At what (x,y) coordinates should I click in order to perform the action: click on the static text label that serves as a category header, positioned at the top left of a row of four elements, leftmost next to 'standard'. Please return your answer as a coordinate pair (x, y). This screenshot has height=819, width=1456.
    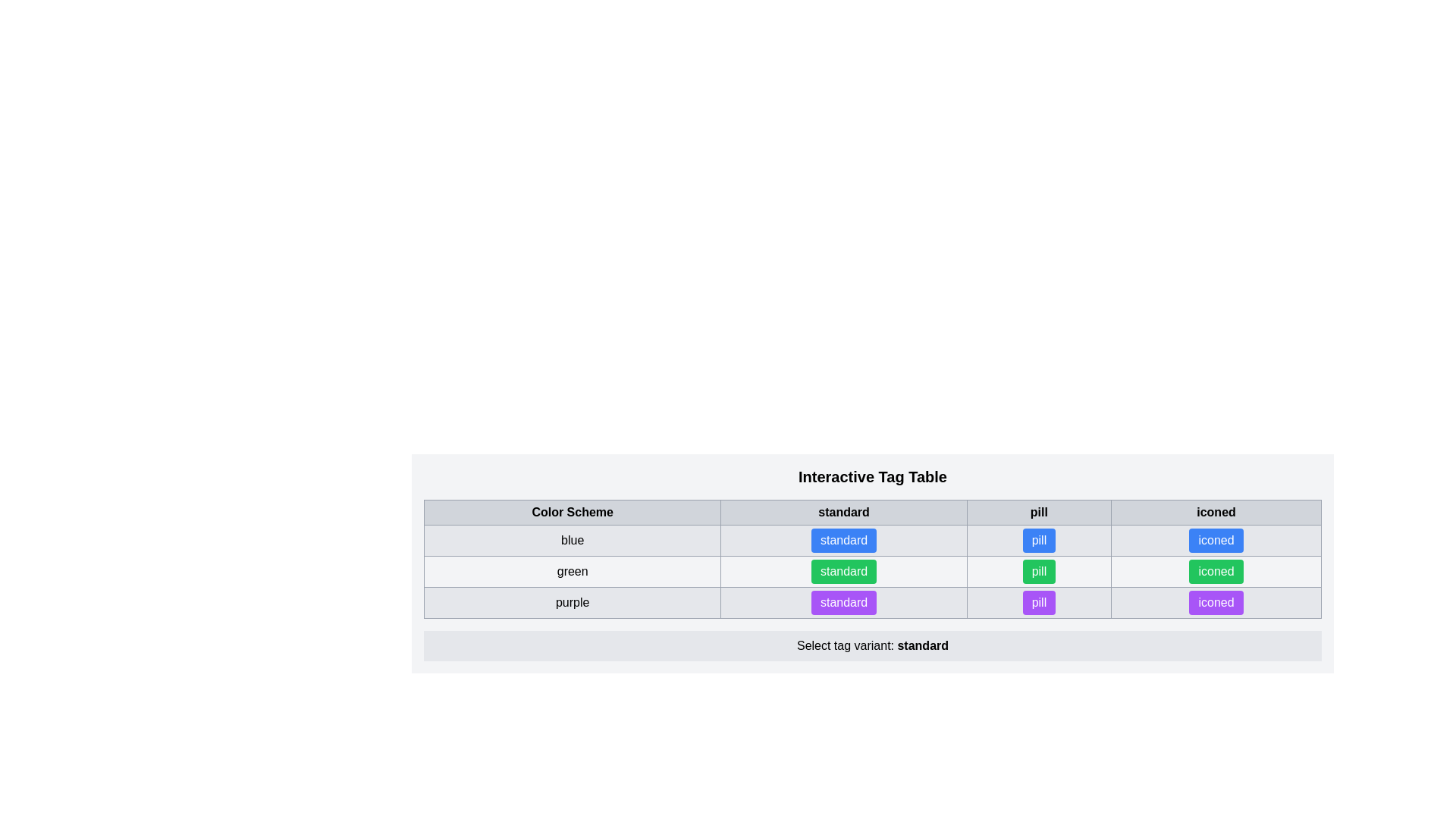
    Looking at the image, I should click on (572, 512).